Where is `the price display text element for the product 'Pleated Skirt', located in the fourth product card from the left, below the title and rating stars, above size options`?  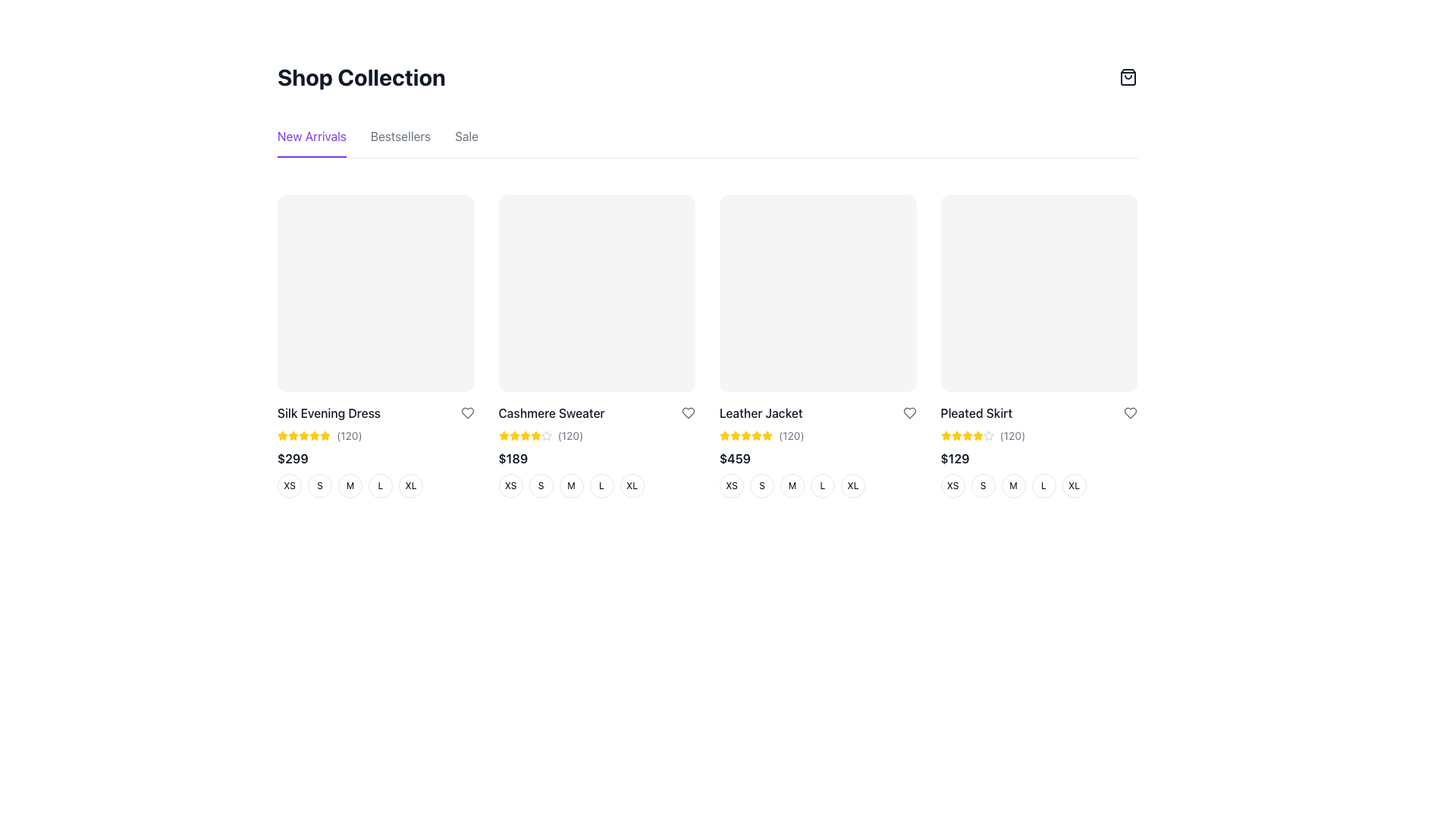 the price display text element for the product 'Pleated Skirt', located in the fourth product card from the left, below the title and rating stars, above size options is located at coordinates (954, 457).